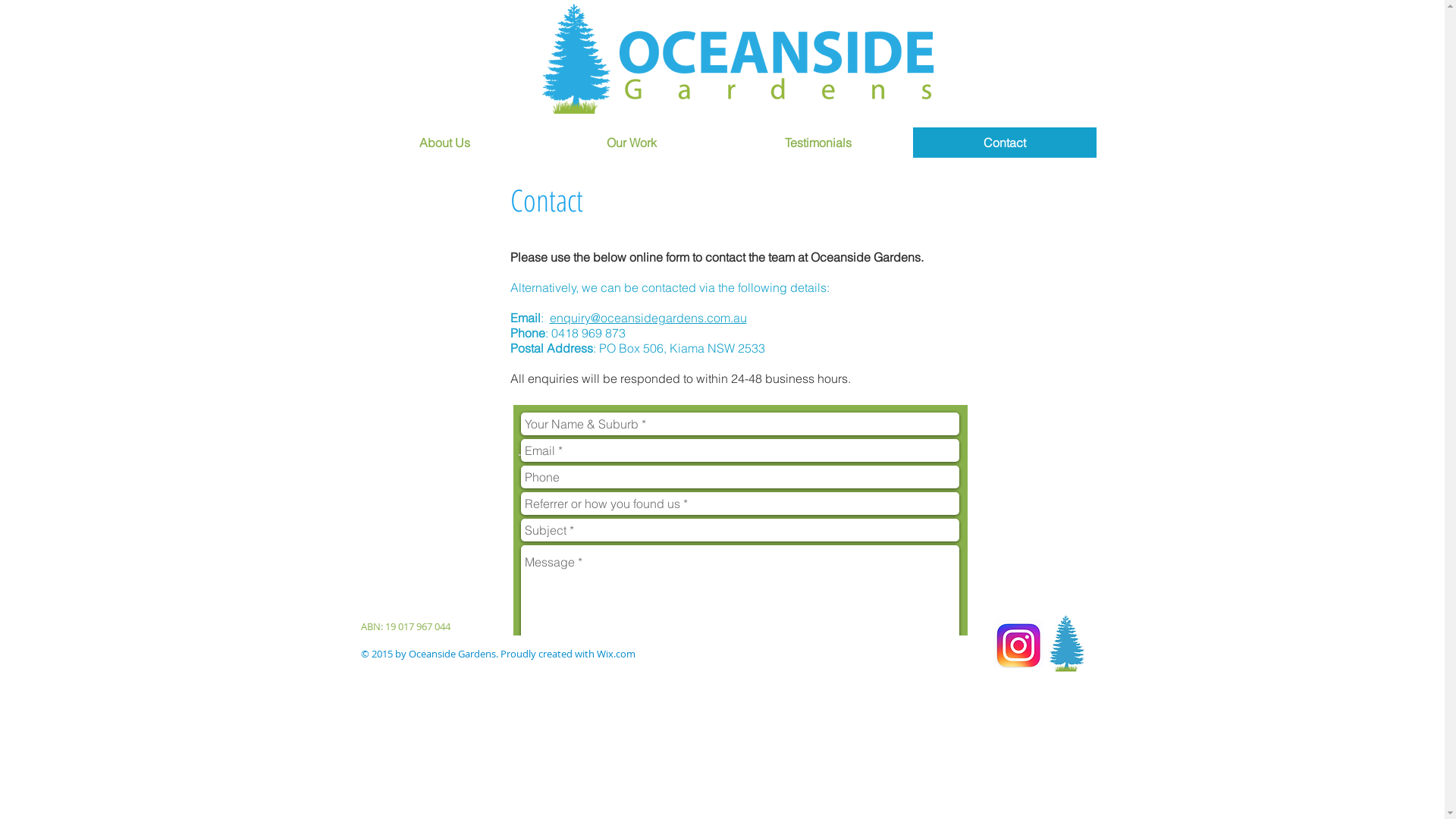 This screenshot has height=819, width=1456. What do you see at coordinates (648, 317) in the screenshot?
I see `'enquiry@oceansidegardens.com.au'` at bounding box center [648, 317].